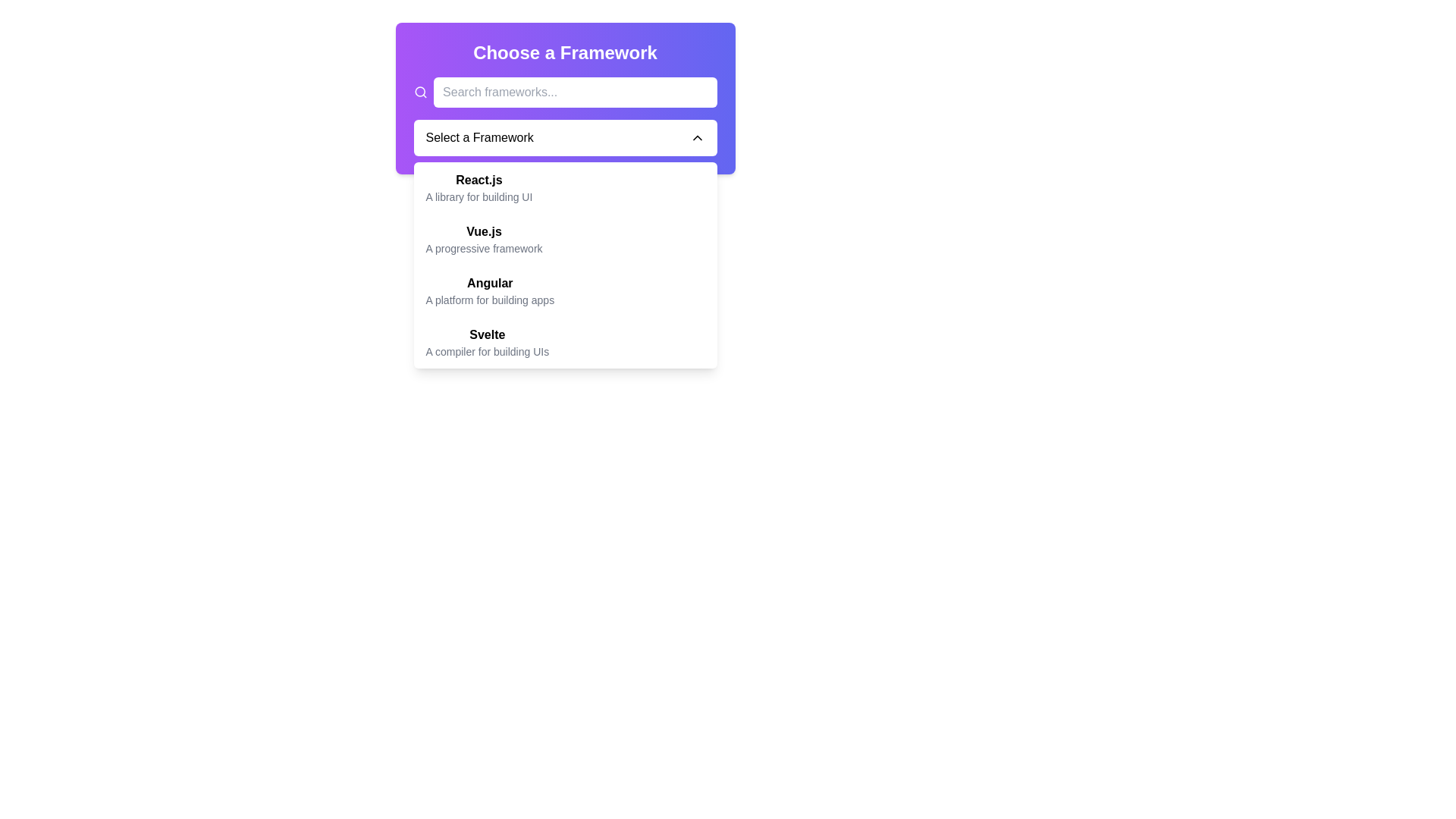  I want to click on the upward-pointing chevron icon at the rightmost end of the 'Select a Framework' dropdown menu, so click(696, 137).